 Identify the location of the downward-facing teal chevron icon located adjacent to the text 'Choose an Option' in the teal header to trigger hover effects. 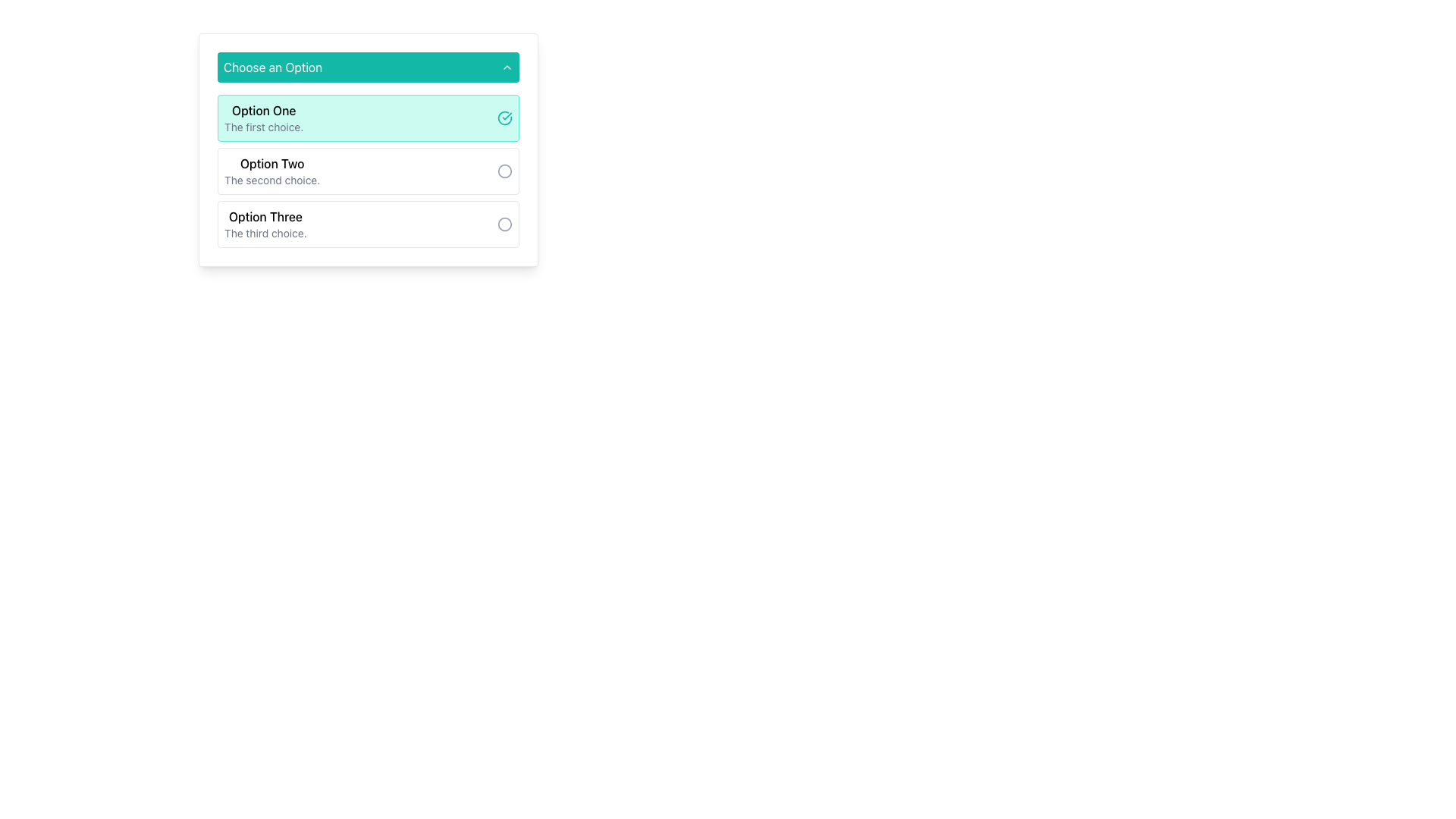
(507, 66).